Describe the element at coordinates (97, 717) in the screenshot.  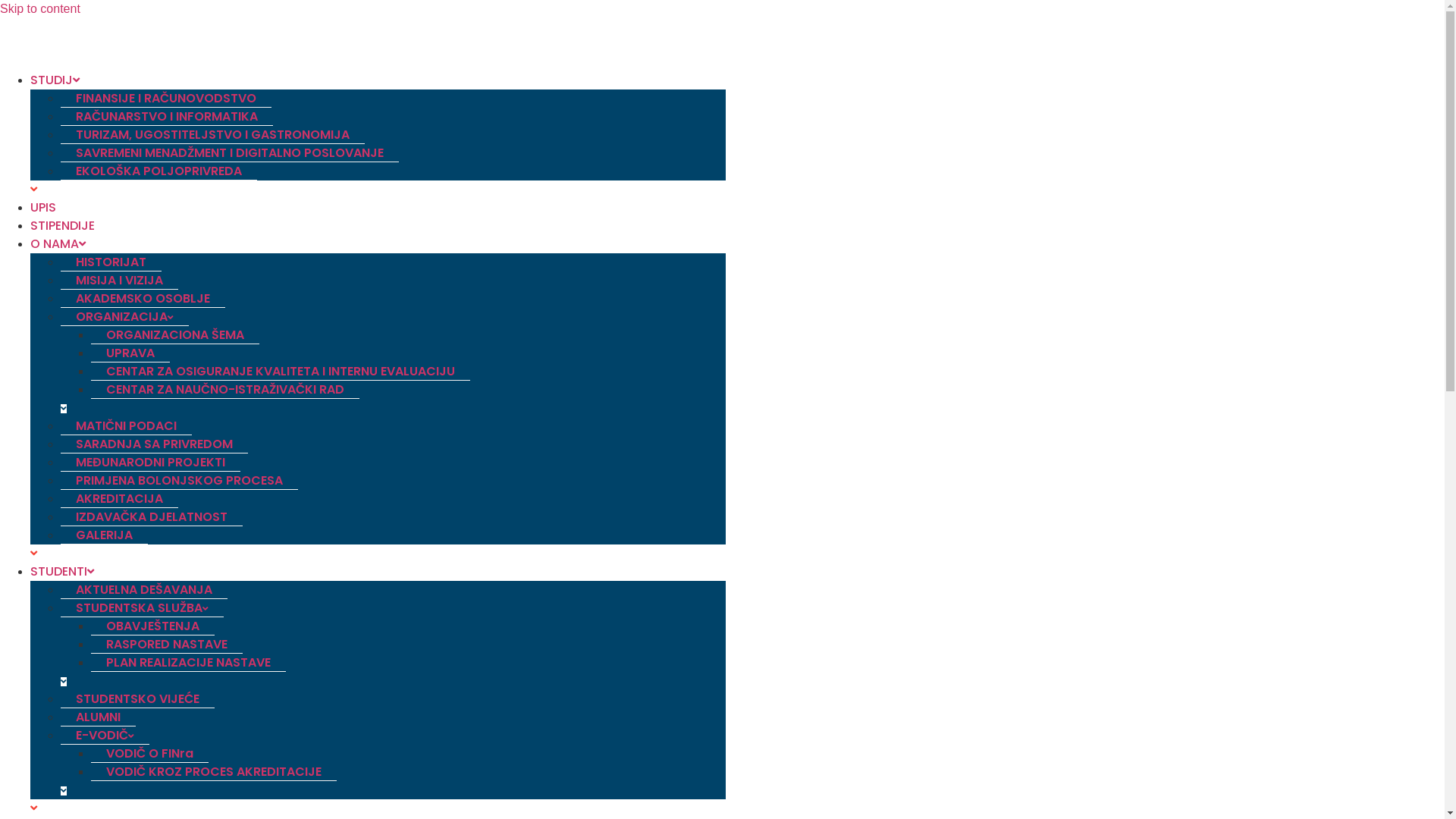
I see `'ALUMNI'` at that location.